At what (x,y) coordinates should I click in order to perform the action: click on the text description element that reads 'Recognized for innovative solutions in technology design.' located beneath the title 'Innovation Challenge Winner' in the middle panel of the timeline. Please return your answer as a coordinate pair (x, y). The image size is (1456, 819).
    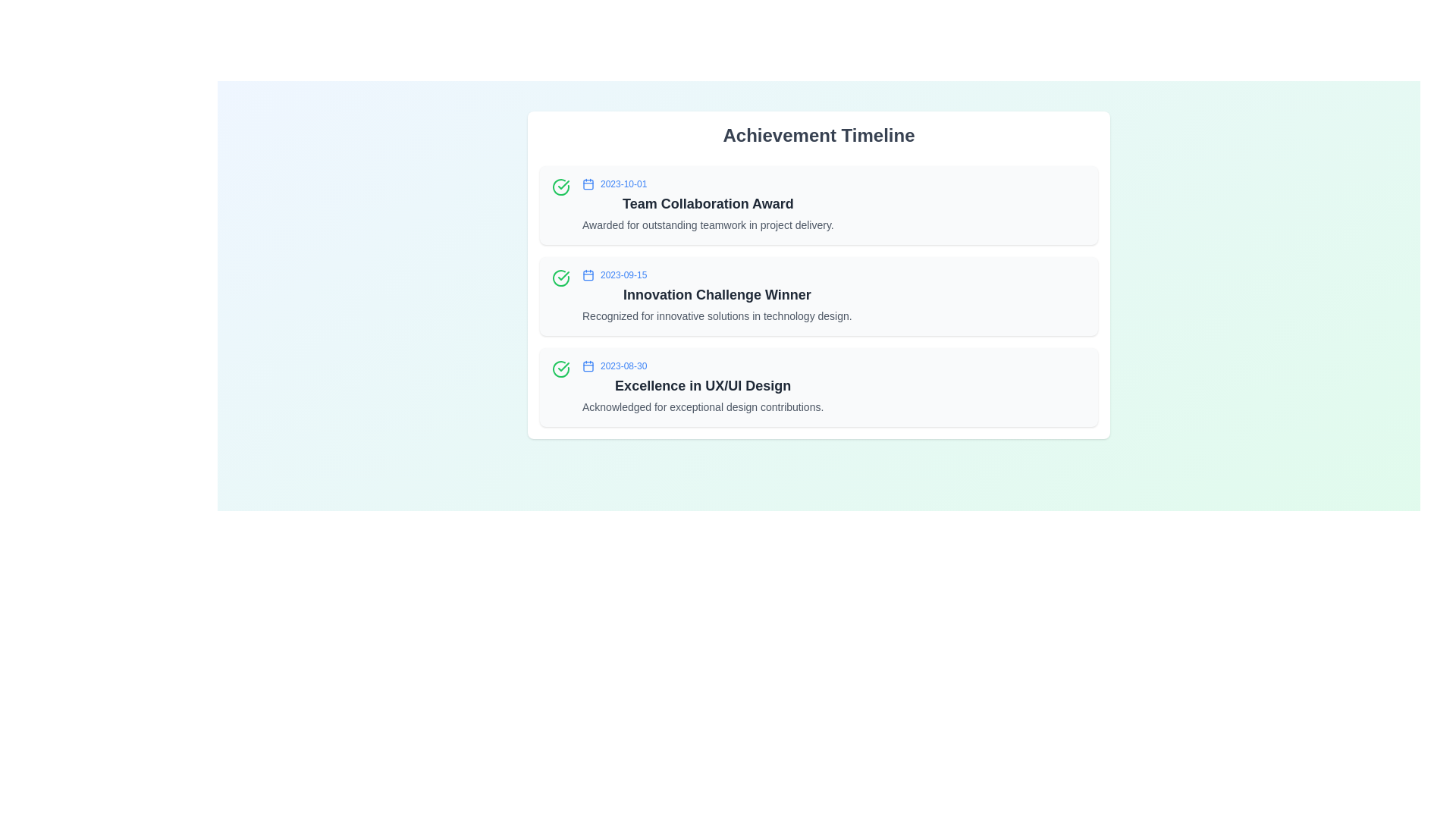
    Looking at the image, I should click on (716, 315).